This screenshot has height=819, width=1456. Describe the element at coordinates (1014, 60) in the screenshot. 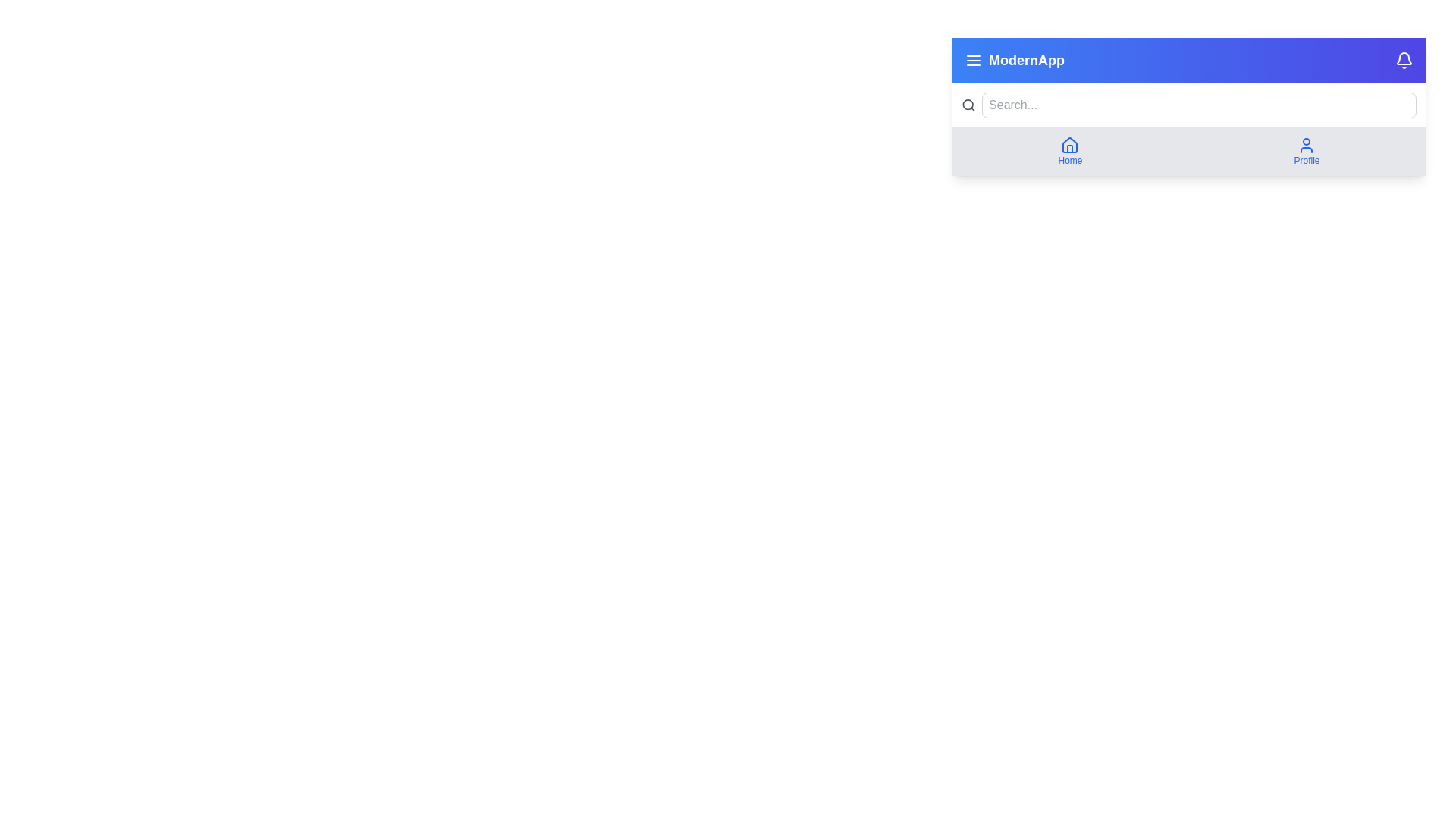

I see `the 'ModernApp' text label located in the top left section of the blue gradient header bar` at that location.